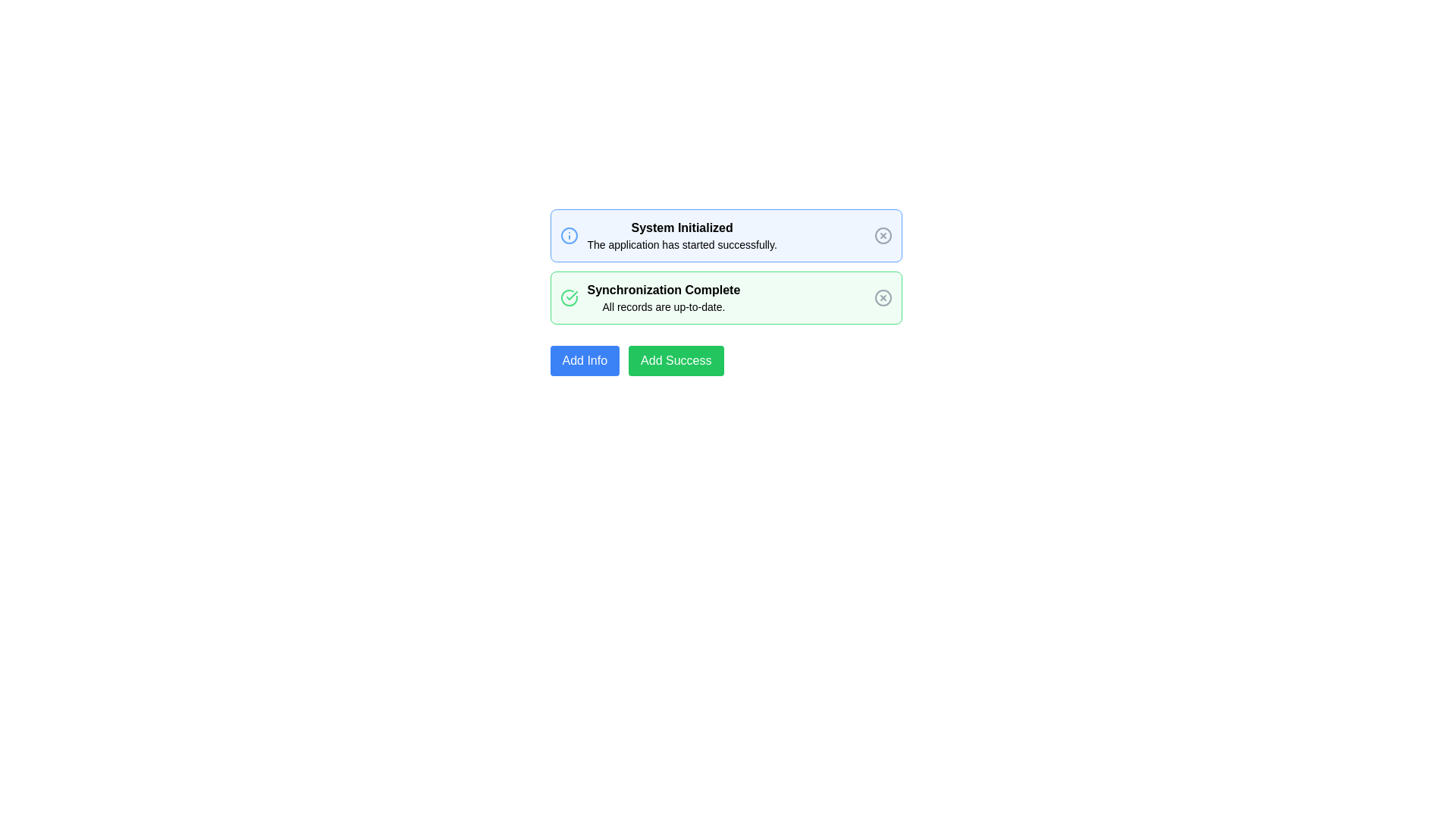 Image resolution: width=1456 pixels, height=819 pixels. I want to click on the notification text displaying 'System Initialized' with the description 'The application has started successfully.' which is styled with black text against a light-blue background, so click(667, 236).